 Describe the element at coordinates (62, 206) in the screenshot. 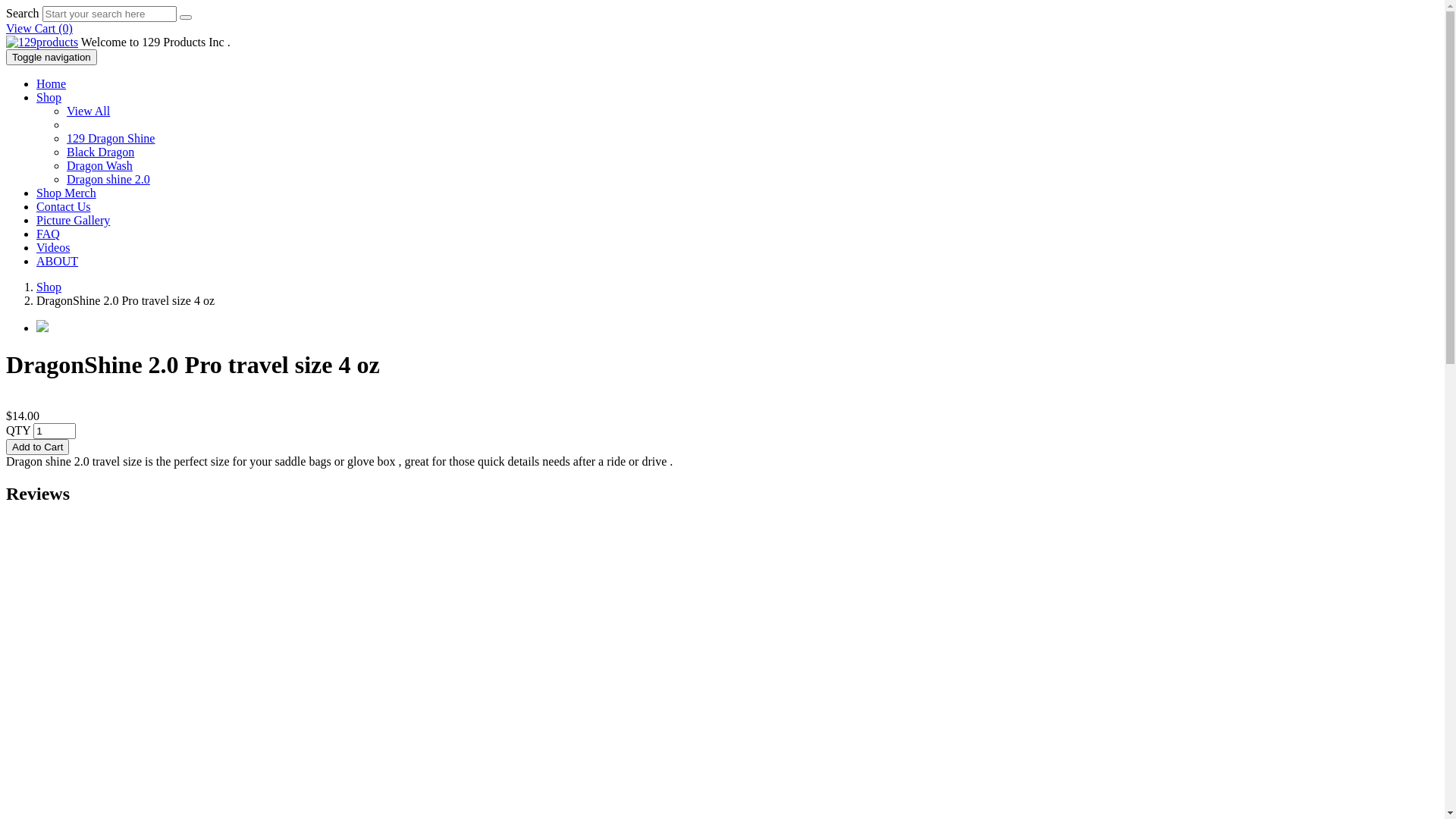

I see `'Contact Us'` at that location.